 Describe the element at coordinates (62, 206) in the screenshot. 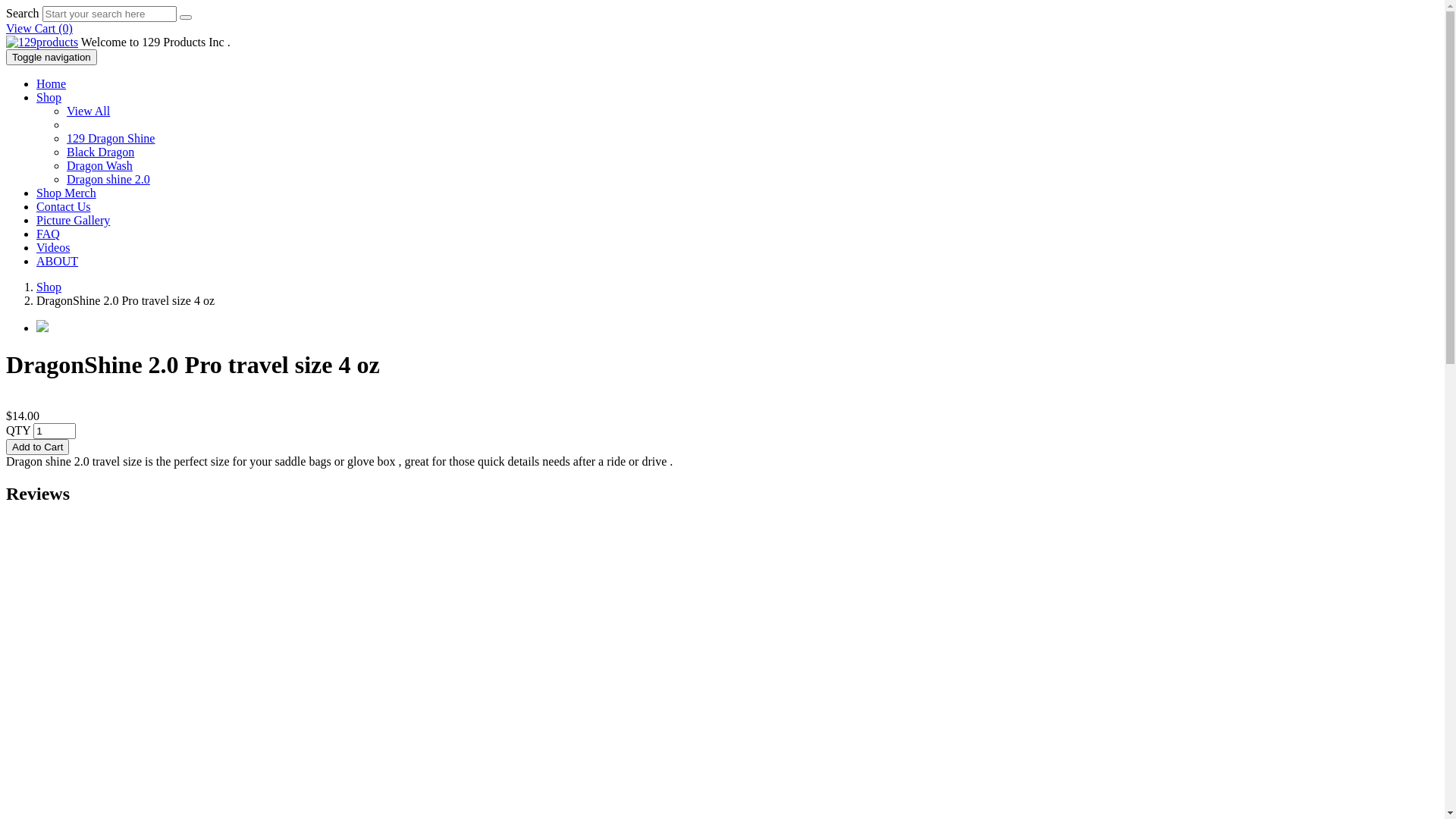

I see `'Contact Us'` at that location.